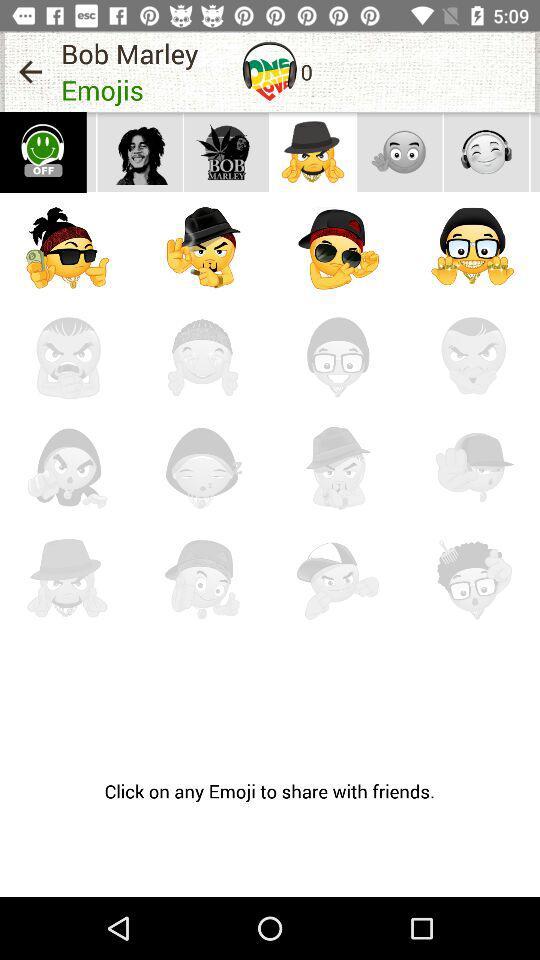 Image resolution: width=540 pixels, height=960 pixels. I want to click on item to the left of the bob marley icon, so click(29, 71).